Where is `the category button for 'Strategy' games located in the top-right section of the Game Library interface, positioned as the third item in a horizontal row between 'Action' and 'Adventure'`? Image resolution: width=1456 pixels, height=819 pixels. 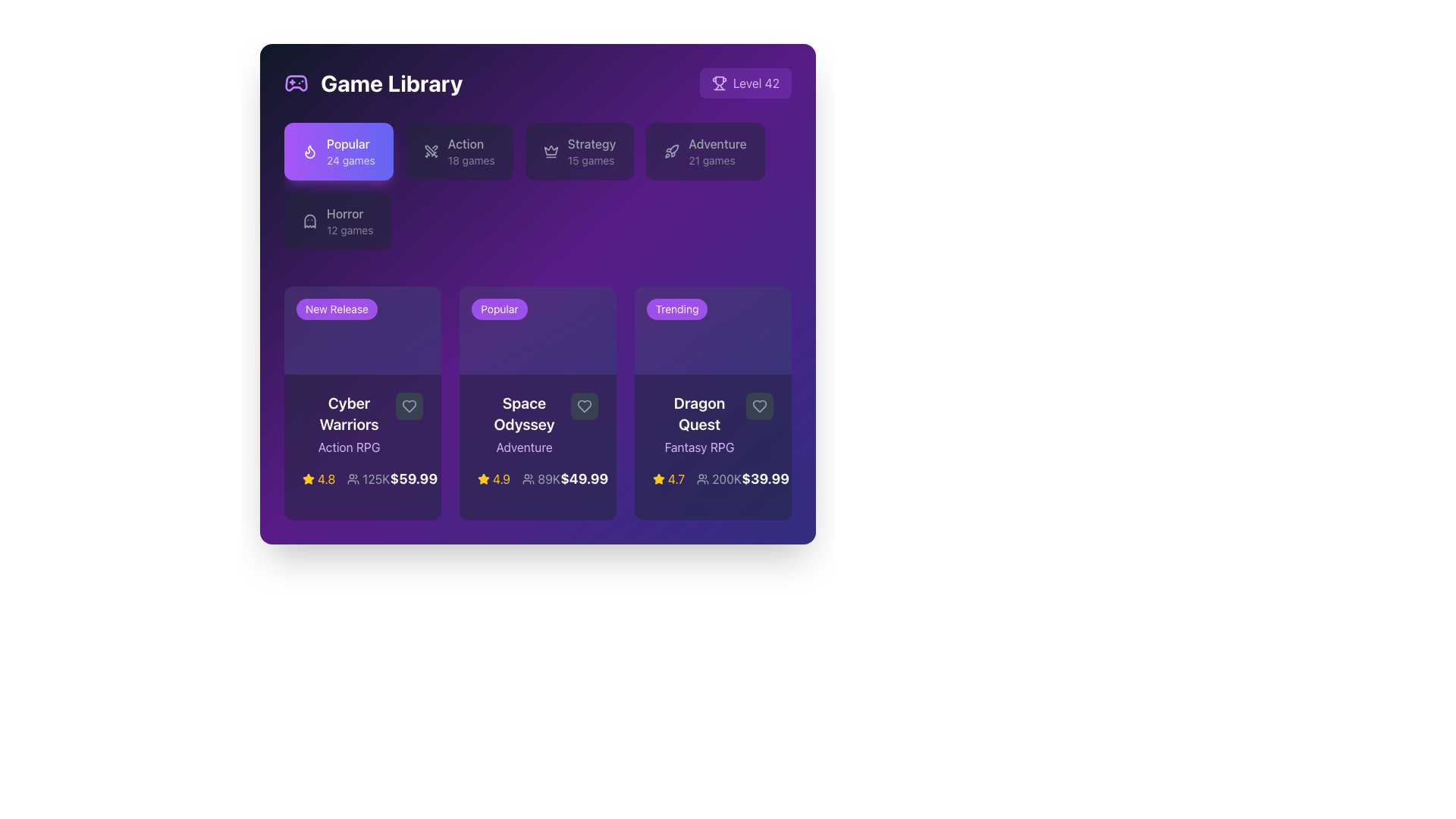 the category button for 'Strategy' games located in the top-right section of the Game Library interface, positioned as the third item in a horizontal row between 'Action' and 'Adventure' is located at coordinates (579, 152).